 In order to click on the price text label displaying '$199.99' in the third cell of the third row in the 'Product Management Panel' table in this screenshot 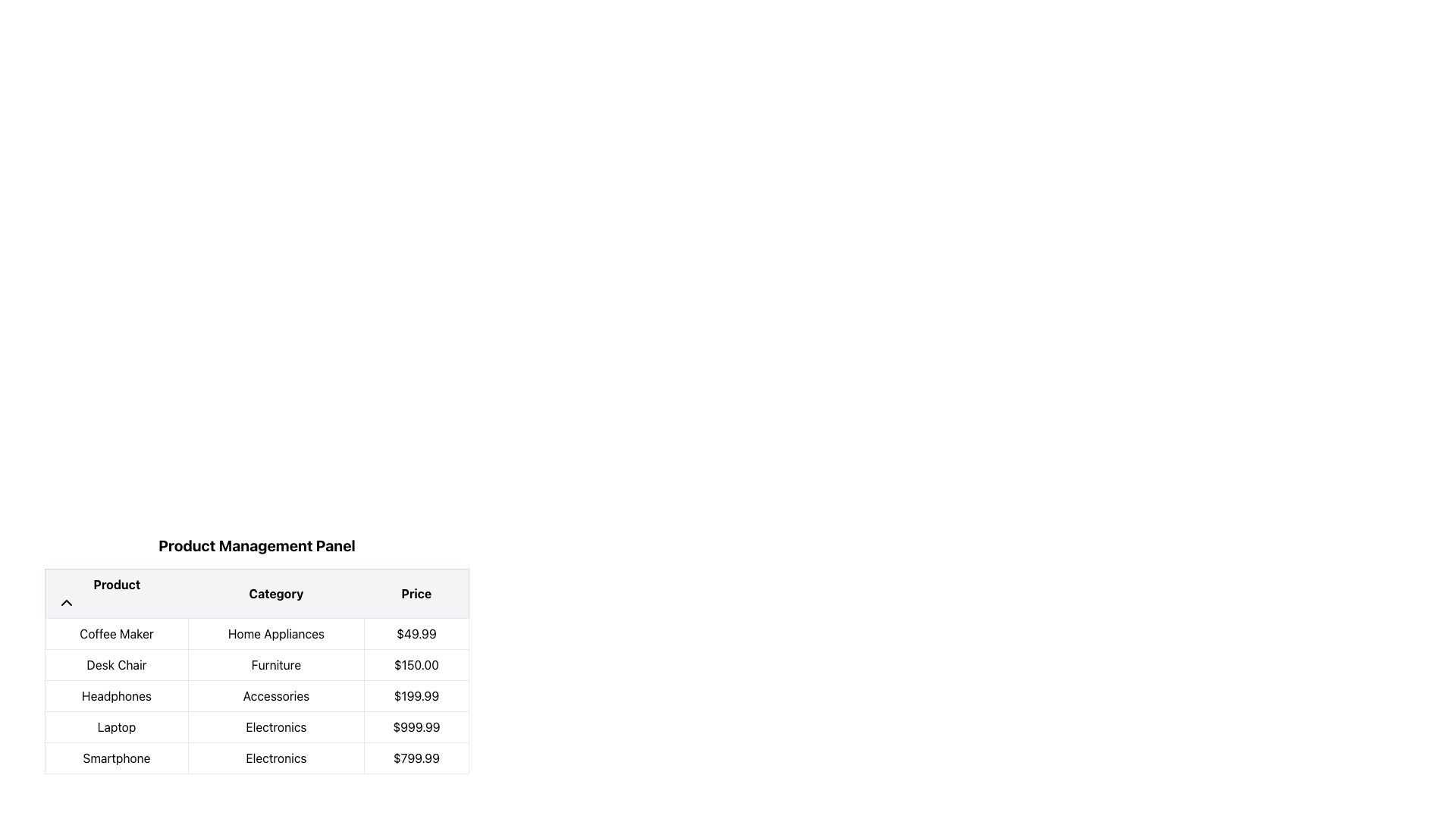, I will do `click(416, 696)`.